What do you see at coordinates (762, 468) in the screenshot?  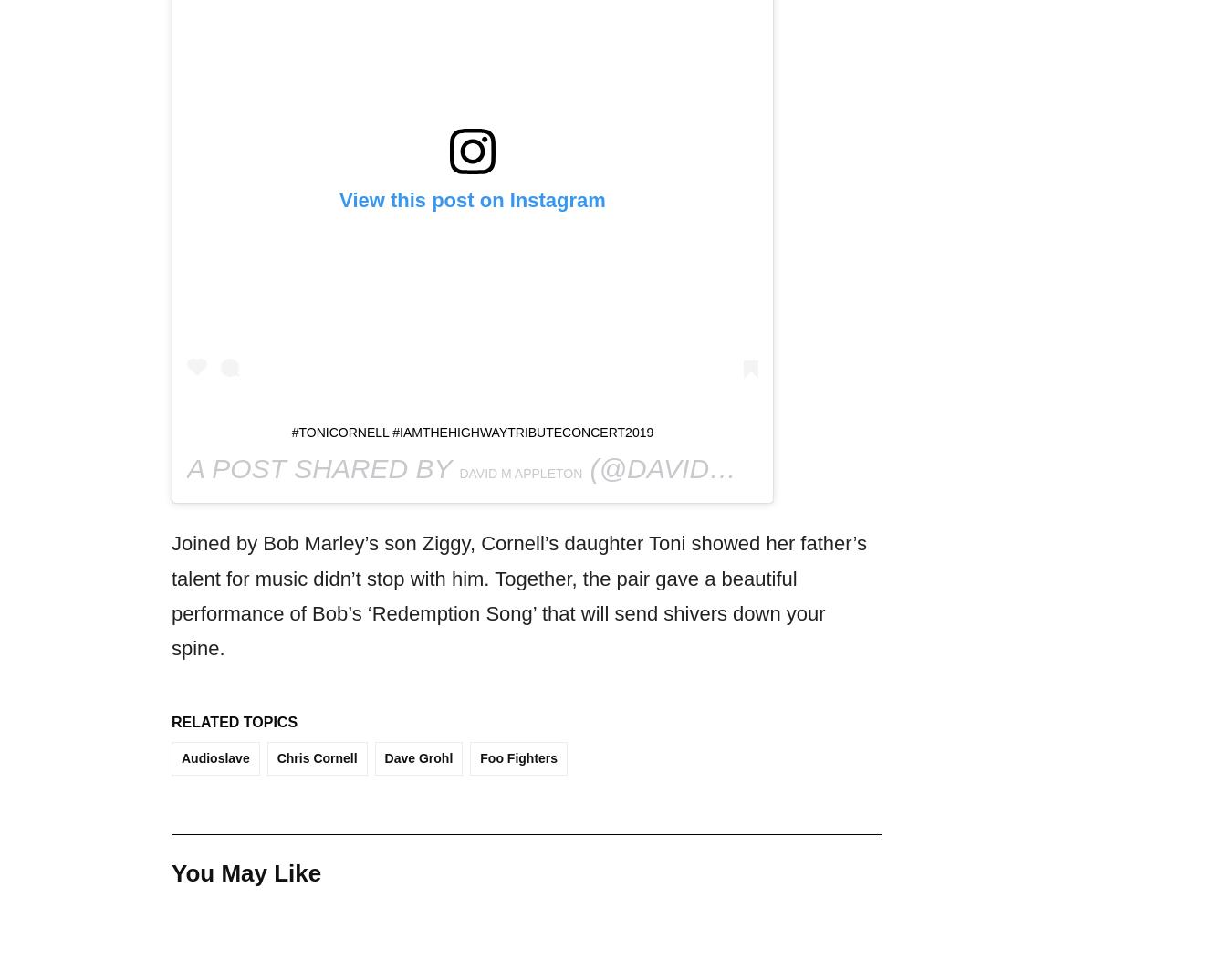 I see `'(@davidmappleton) on'` at bounding box center [762, 468].